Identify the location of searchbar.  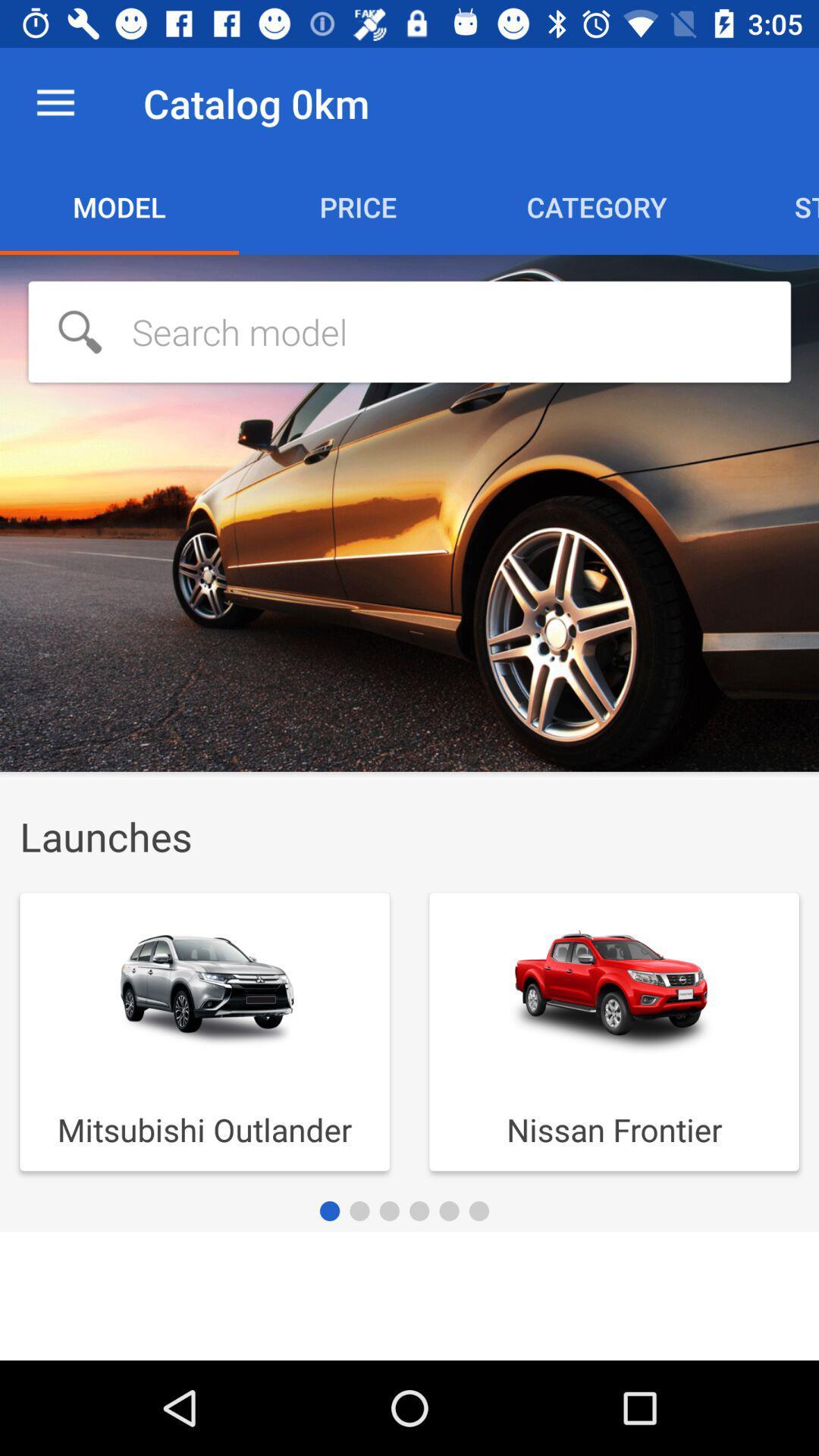
(409, 331).